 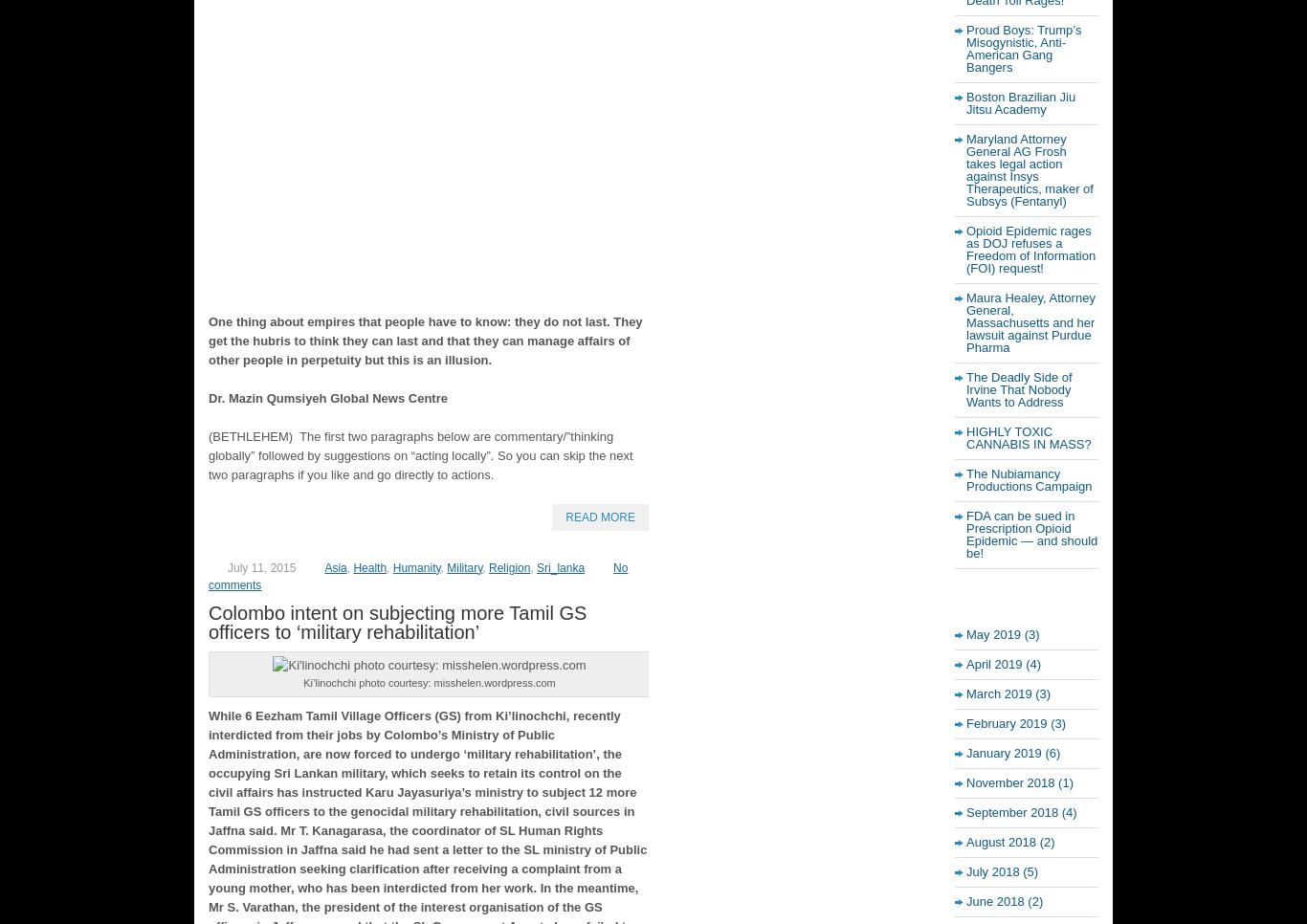 What do you see at coordinates (1028, 870) in the screenshot?
I see `'(5)'` at bounding box center [1028, 870].